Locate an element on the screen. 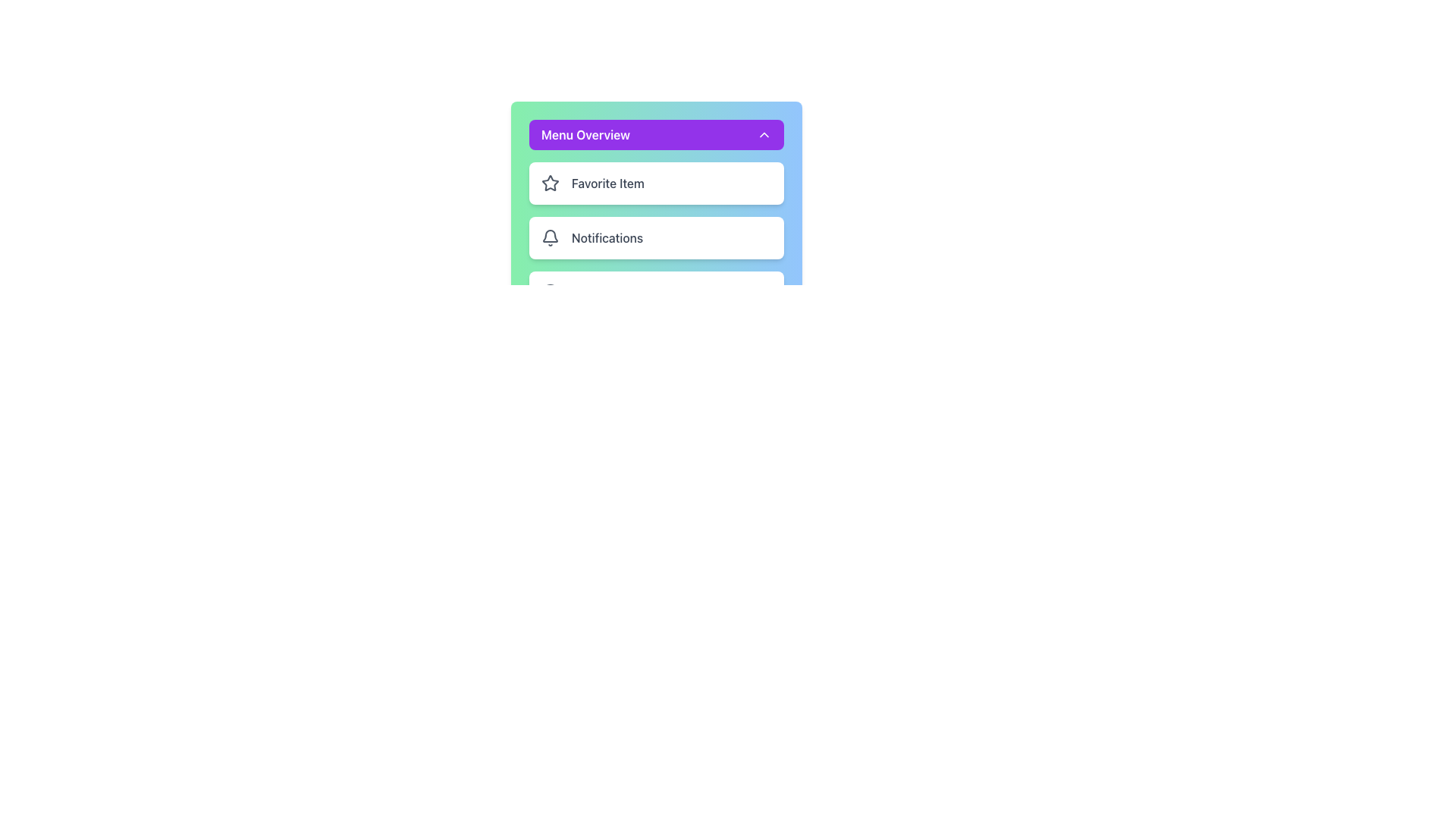 Image resolution: width=1456 pixels, height=819 pixels. the second card in the notification menu is located at coordinates (656, 237).